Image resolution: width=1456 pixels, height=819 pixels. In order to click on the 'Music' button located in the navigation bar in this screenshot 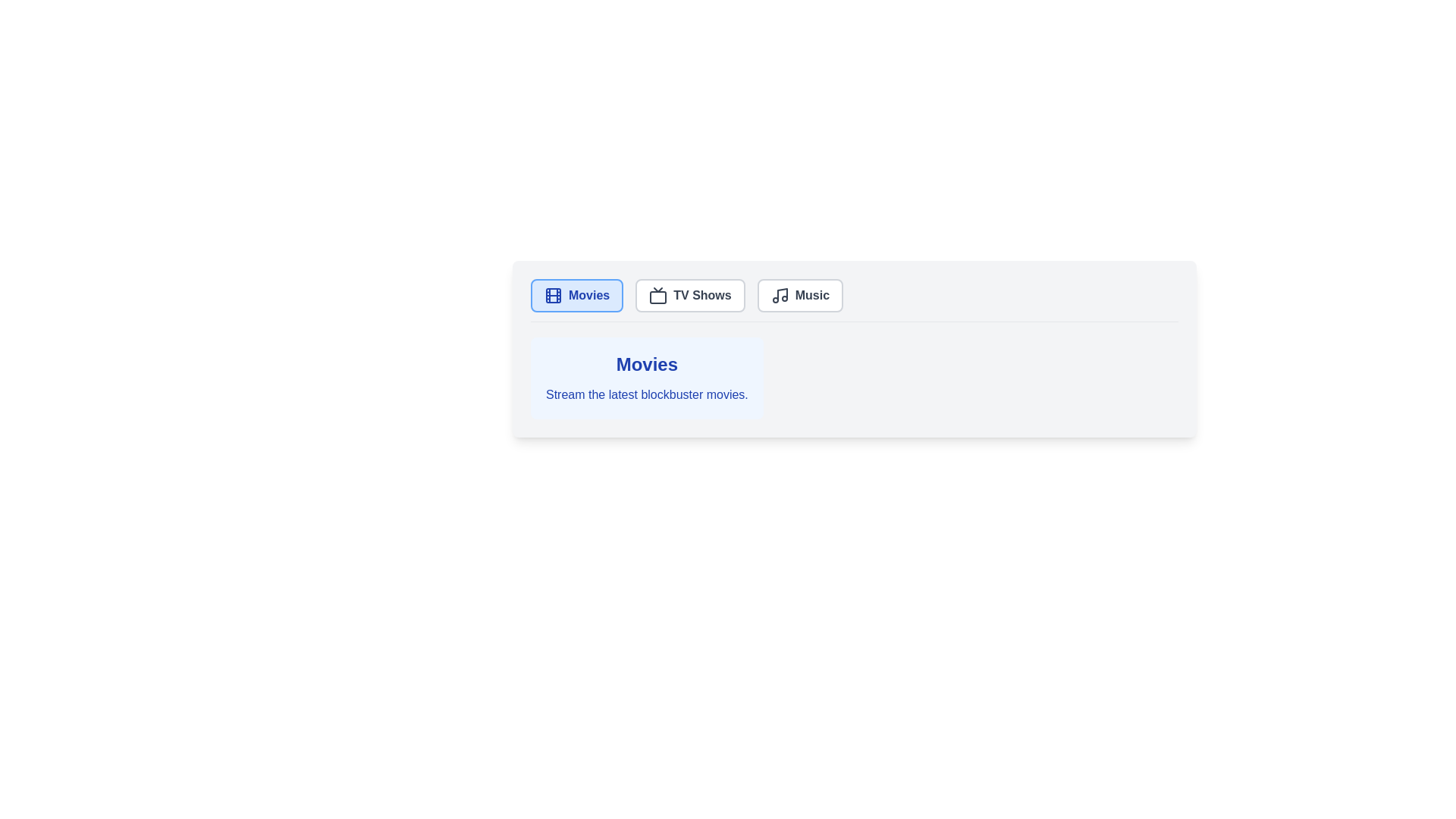, I will do `click(799, 295)`.